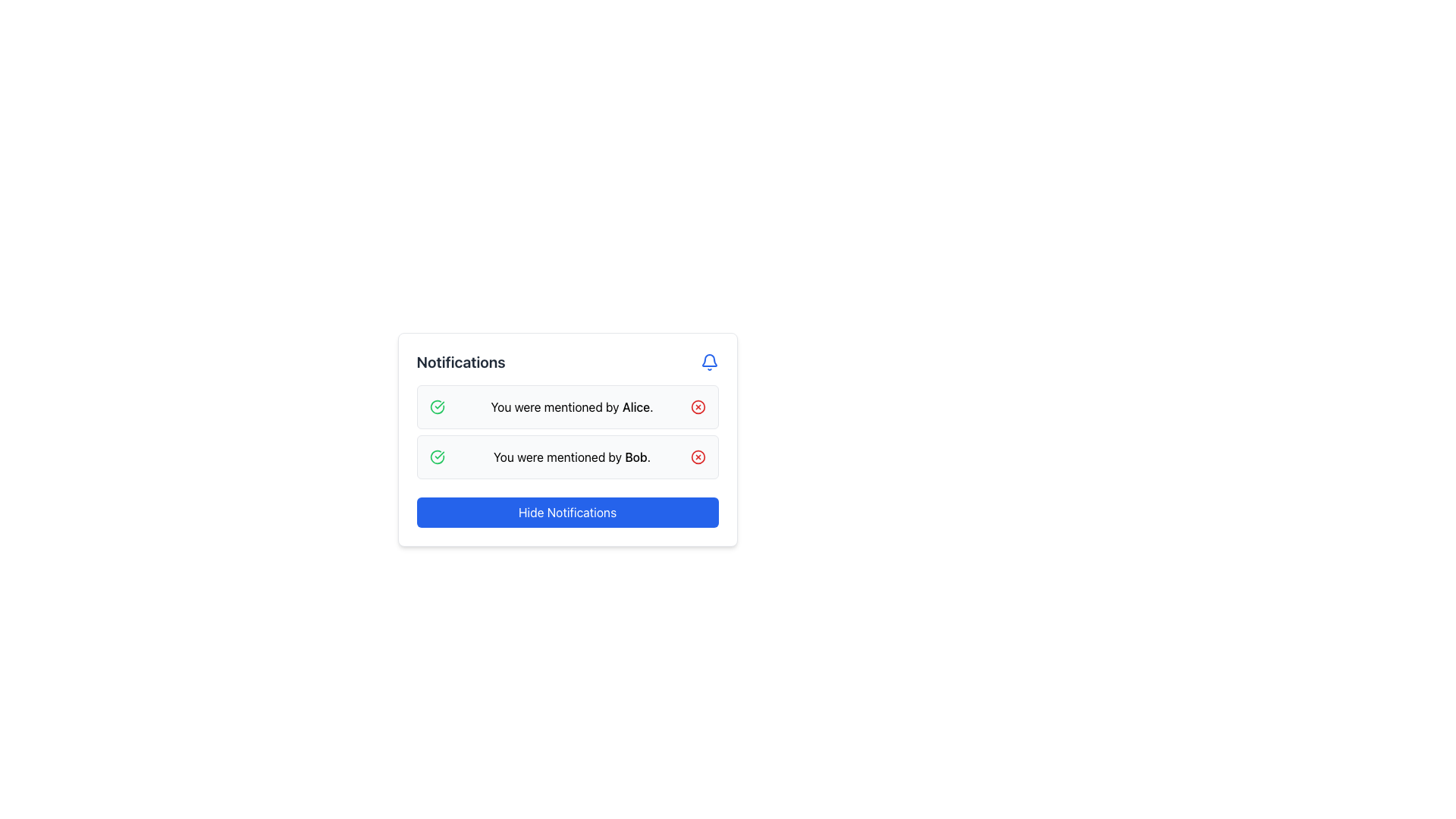  Describe the element at coordinates (697, 456) in the screenshot. I see `the dismissal button located at the top-right section of the notification card for 'You were mentioned by Bob.'` at that location.